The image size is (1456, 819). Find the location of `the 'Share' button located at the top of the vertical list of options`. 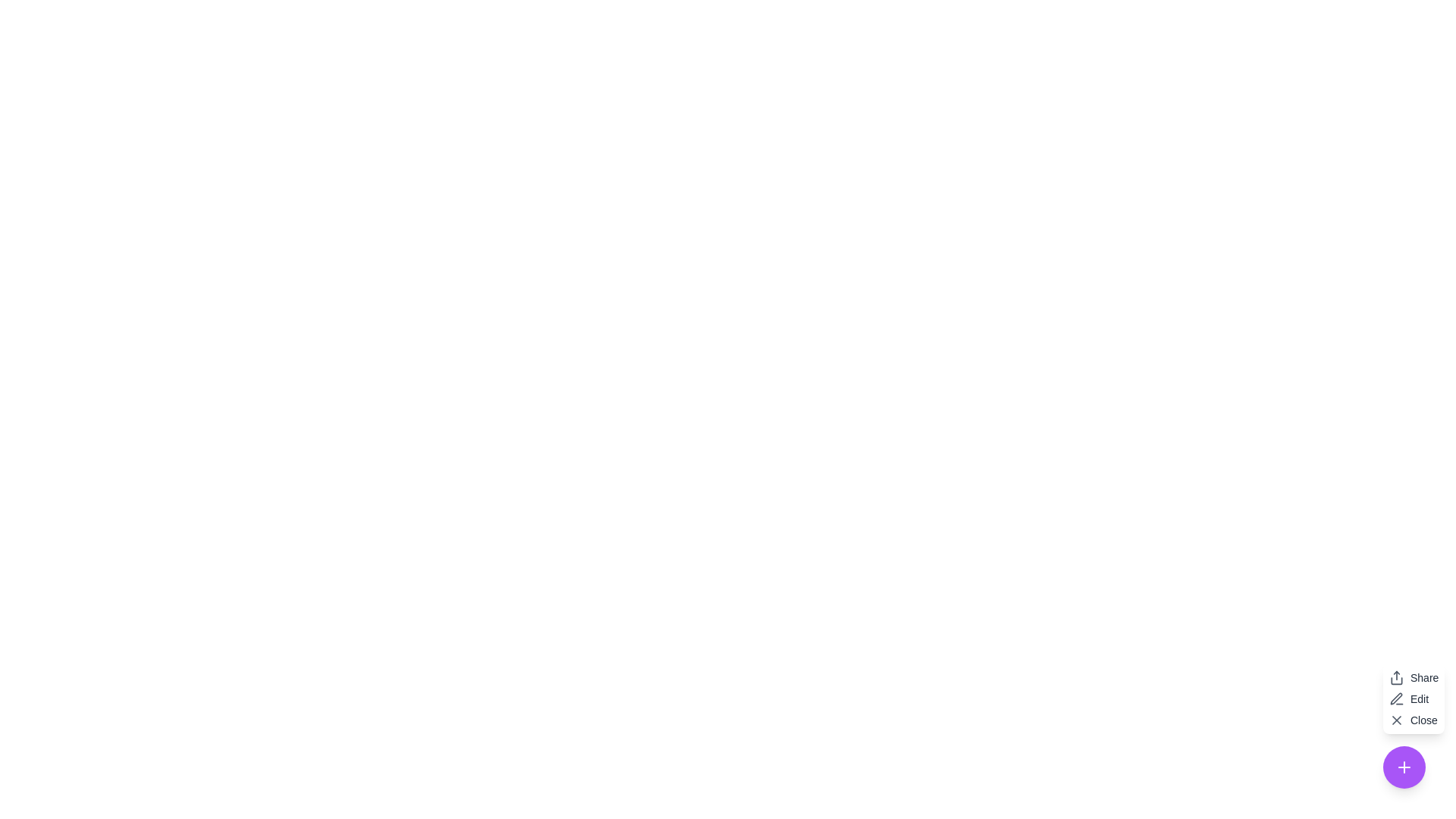

the 'Share' button located at the top of the vertical list of options is located at coordinates (1413, 677).